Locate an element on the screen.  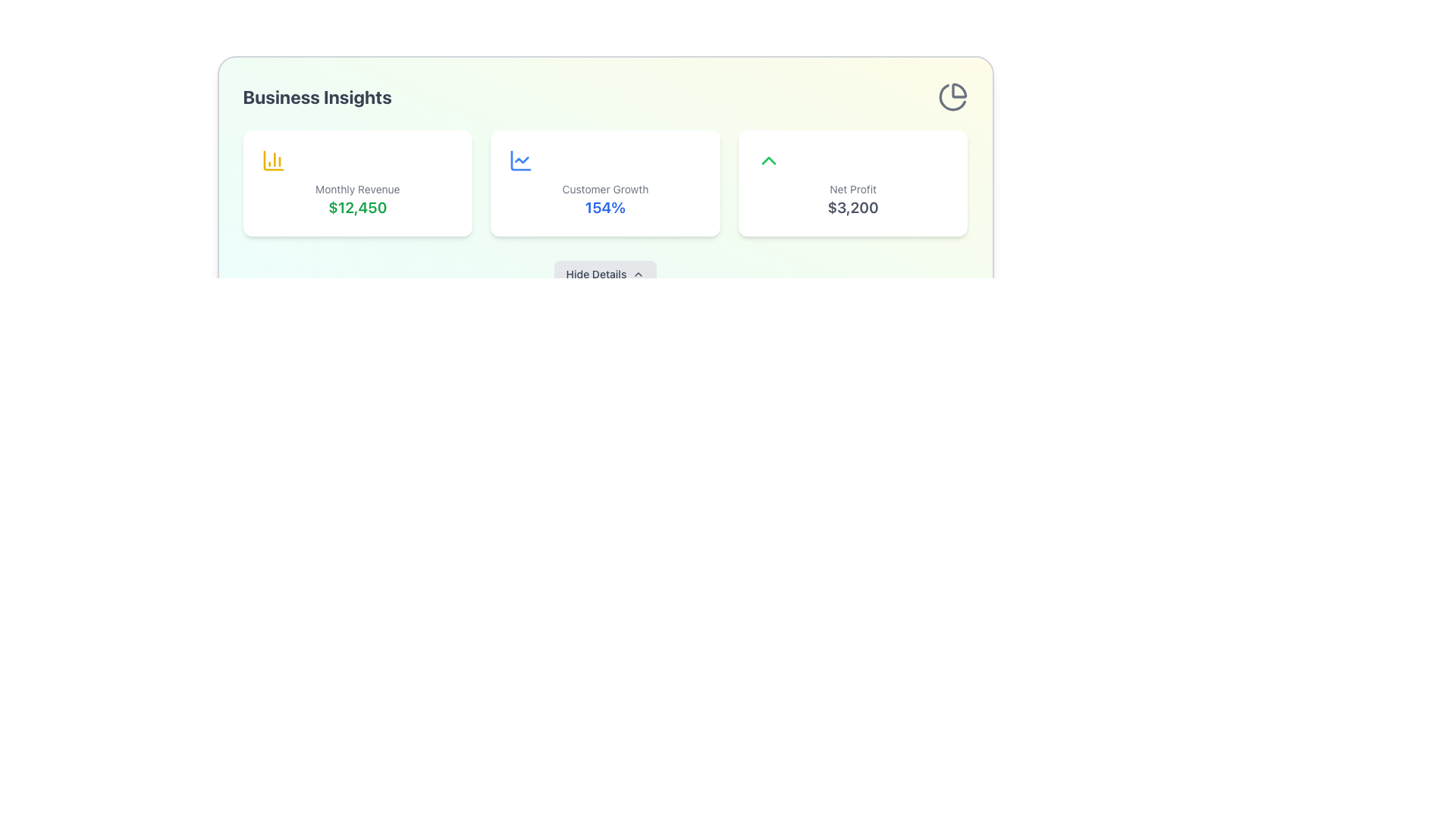
the Information Card that displays the percentage growth in customers, which is the second card in a horizontal group of three cards on the dashboard is located at coordinates (604, 183).